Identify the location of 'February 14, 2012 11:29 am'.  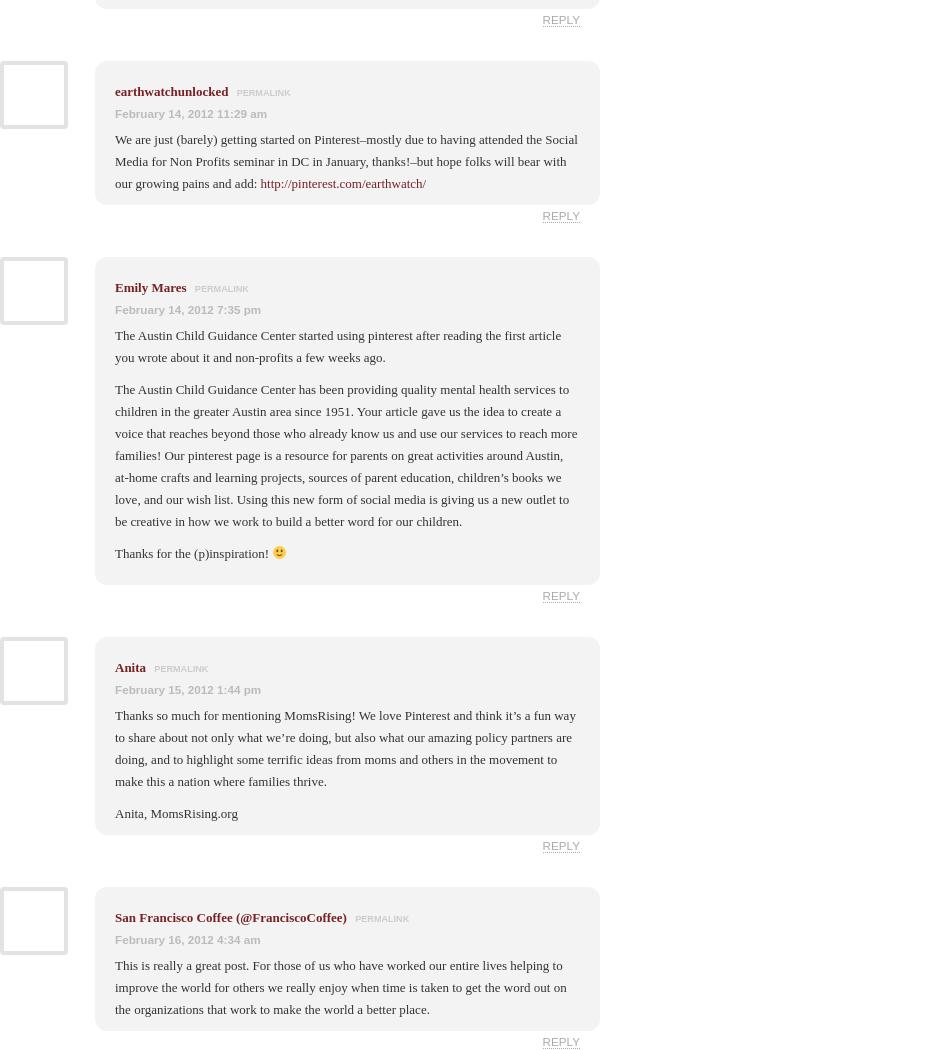
(190, 112).